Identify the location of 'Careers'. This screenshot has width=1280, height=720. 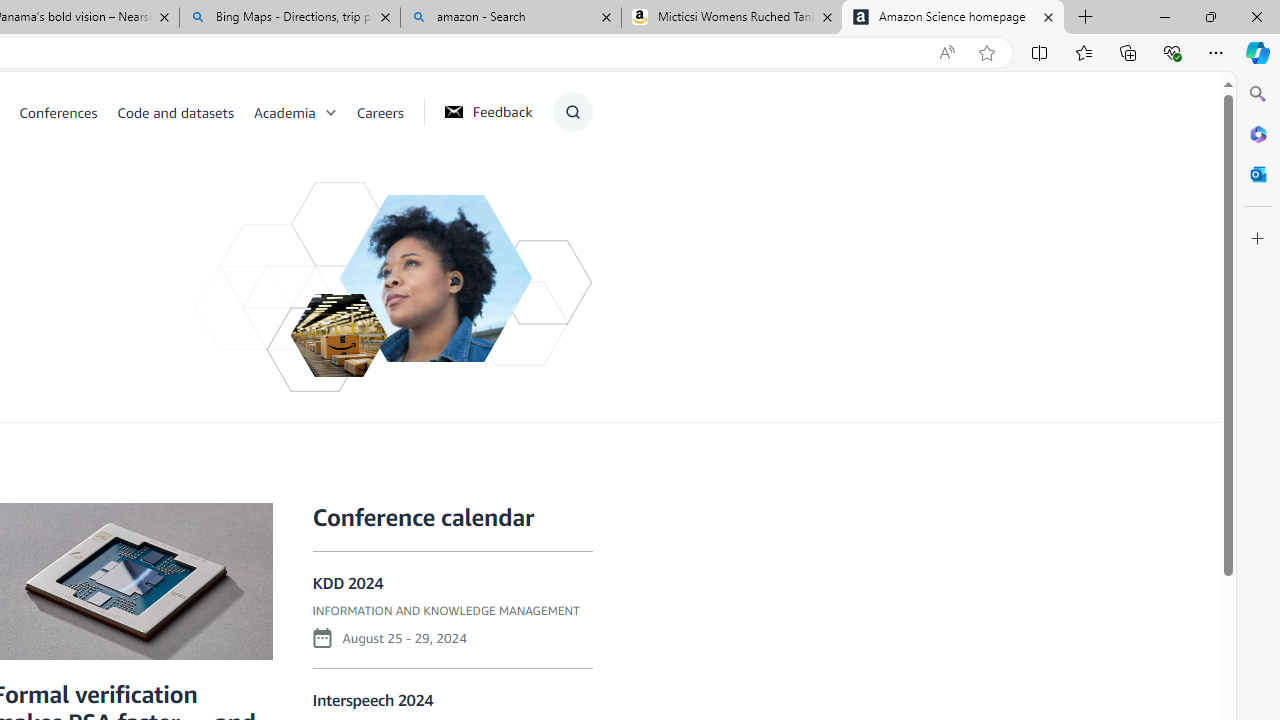
(380, 111).